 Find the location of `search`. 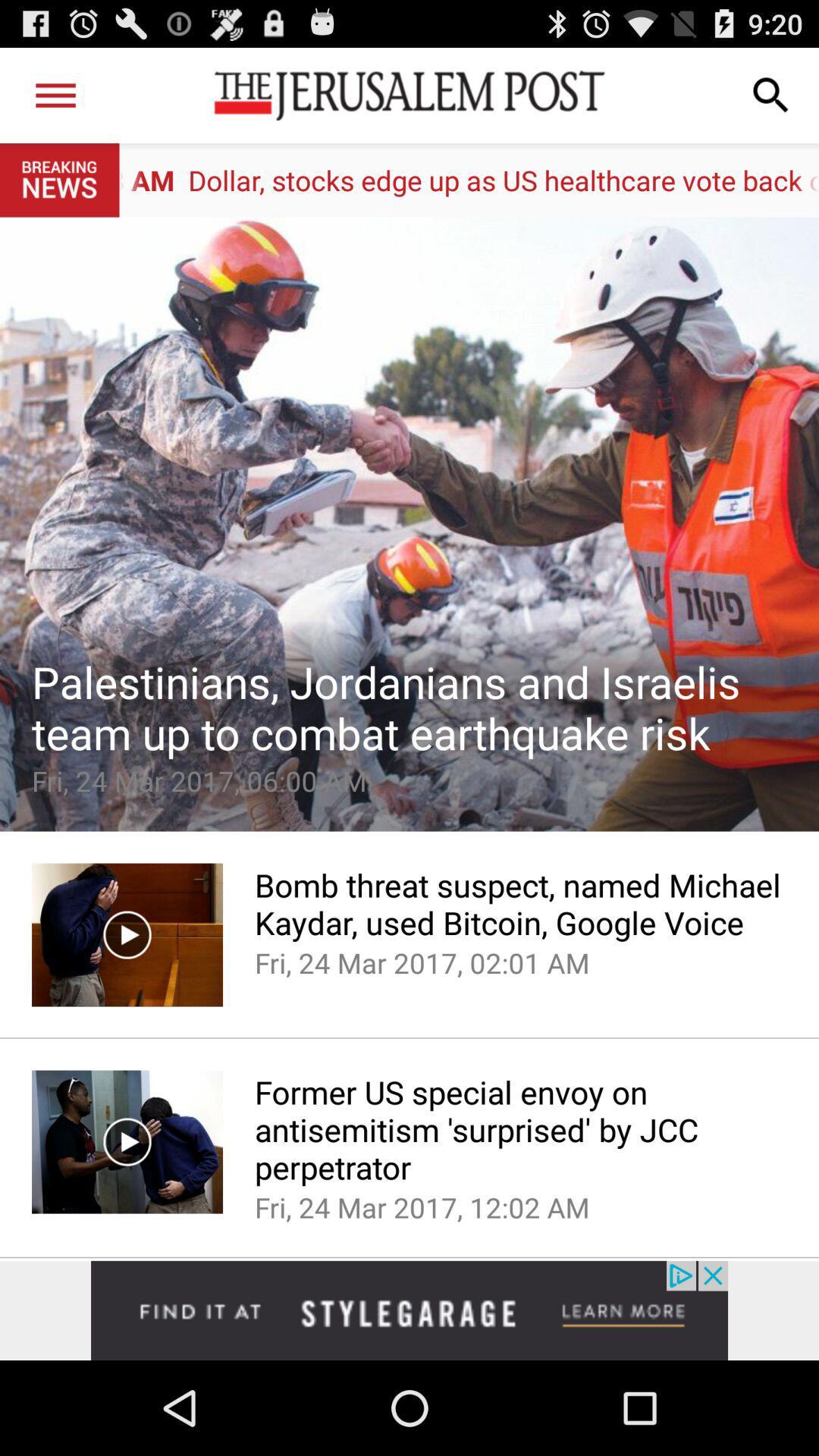

search is located at coordinates (771, 94).